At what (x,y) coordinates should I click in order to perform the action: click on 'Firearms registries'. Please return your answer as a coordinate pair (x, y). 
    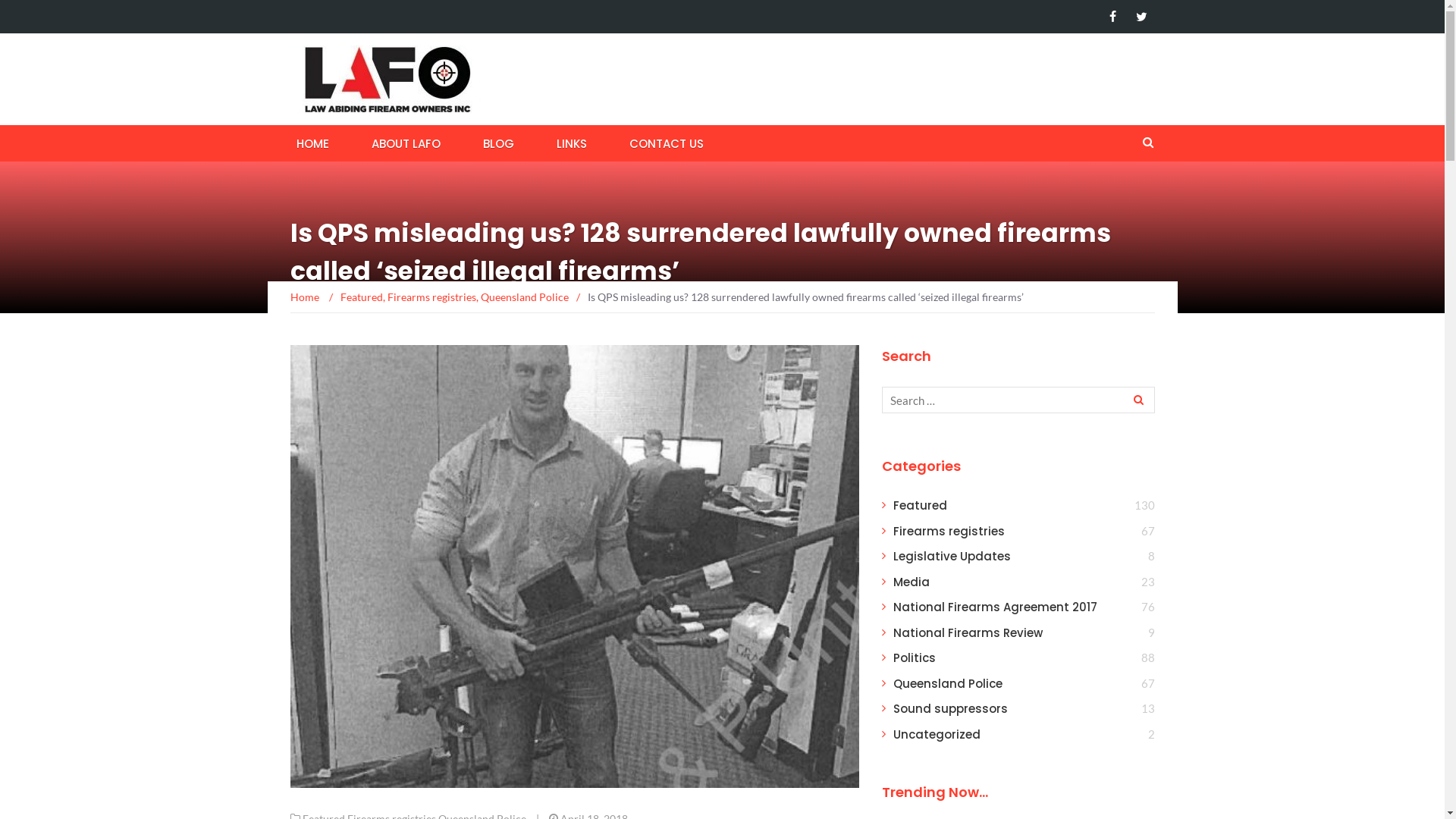
    Looking at the image, I should click on (948, 530).